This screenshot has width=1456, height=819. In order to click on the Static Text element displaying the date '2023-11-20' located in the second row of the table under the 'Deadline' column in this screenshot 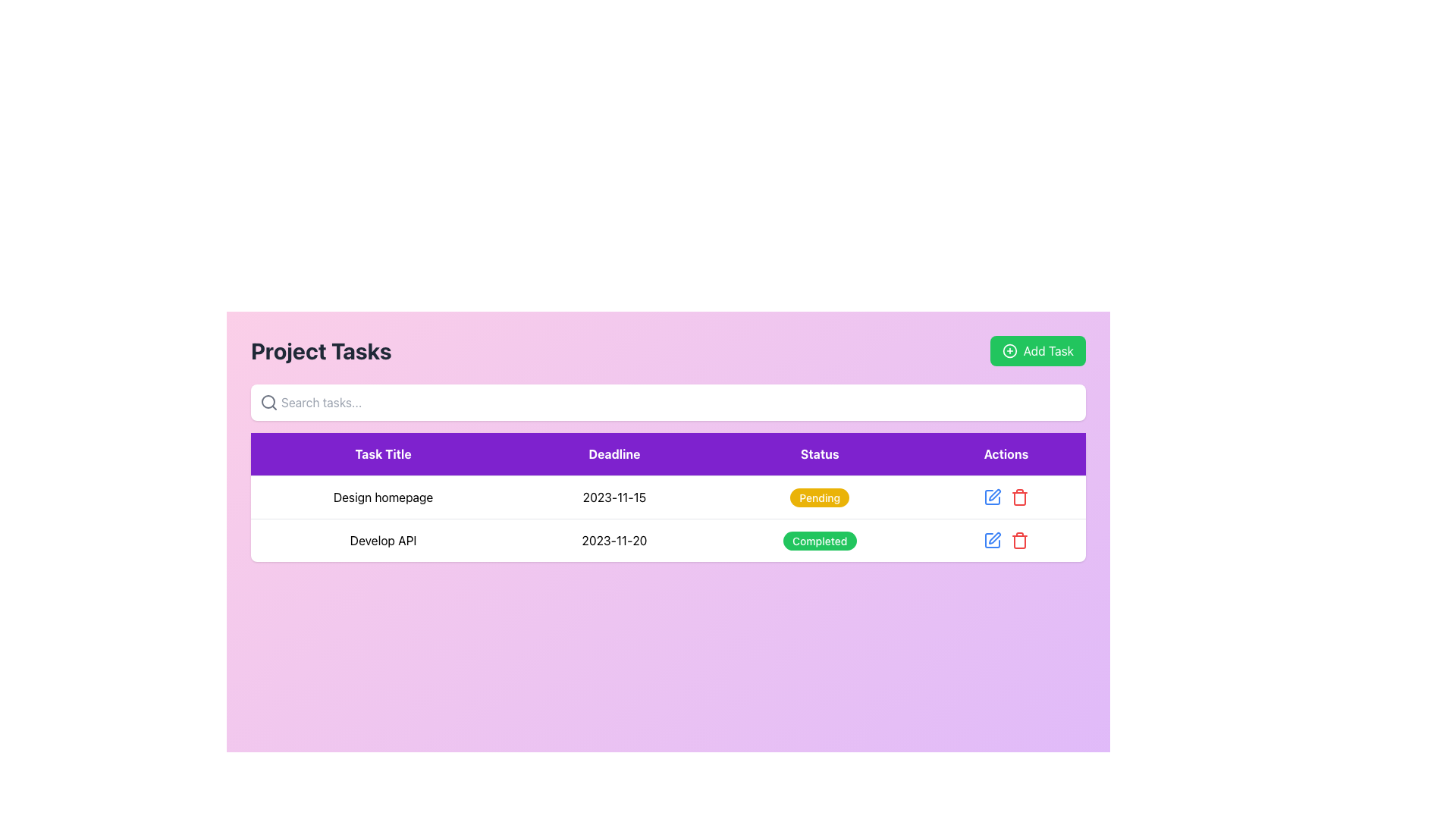, I will do `click(614, 539)`.